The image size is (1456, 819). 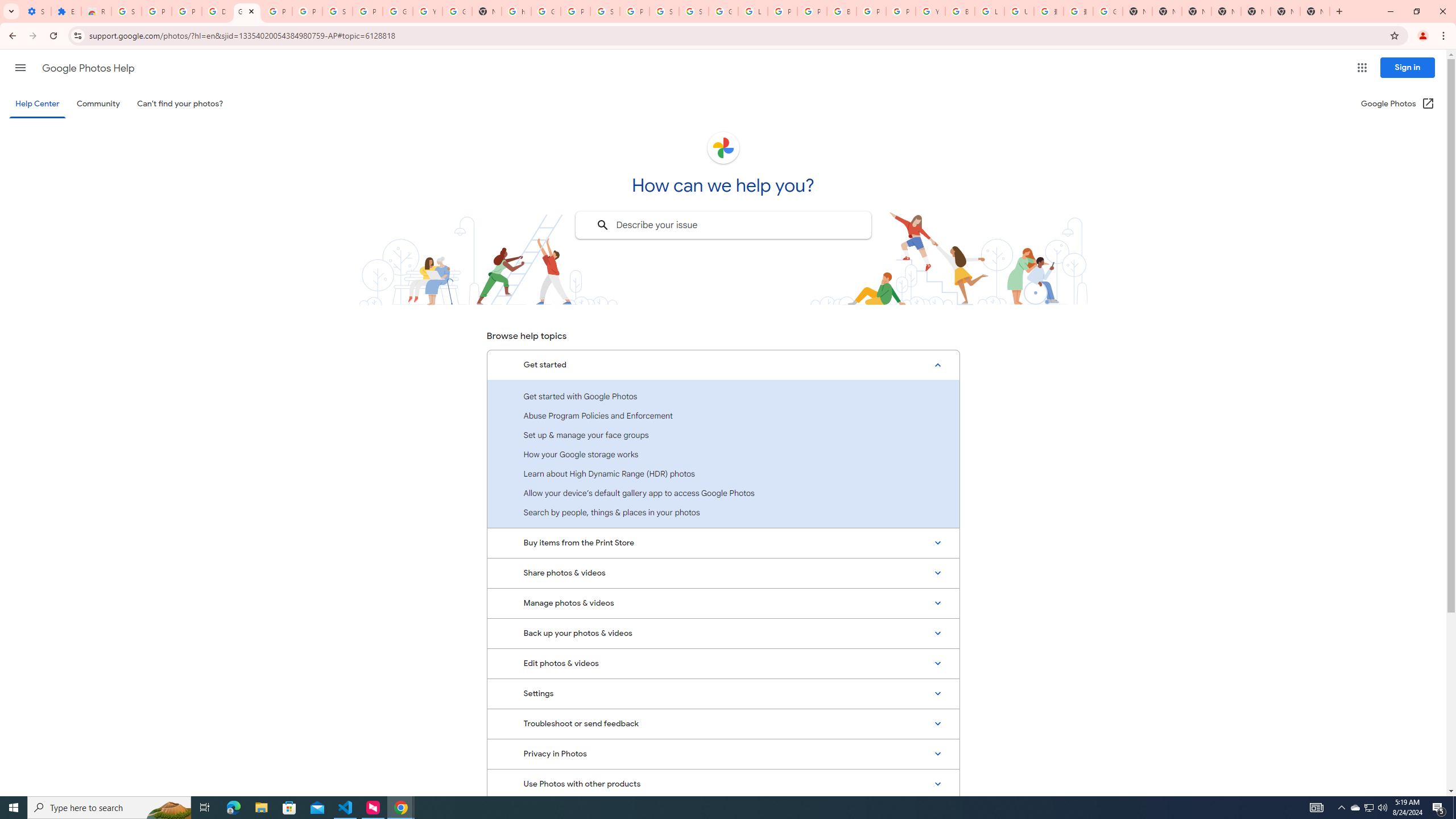 What do you see at coordinates (1314, 11) in the screenshot?
I see `'New Tab'` at bounding box center [1314, 11].